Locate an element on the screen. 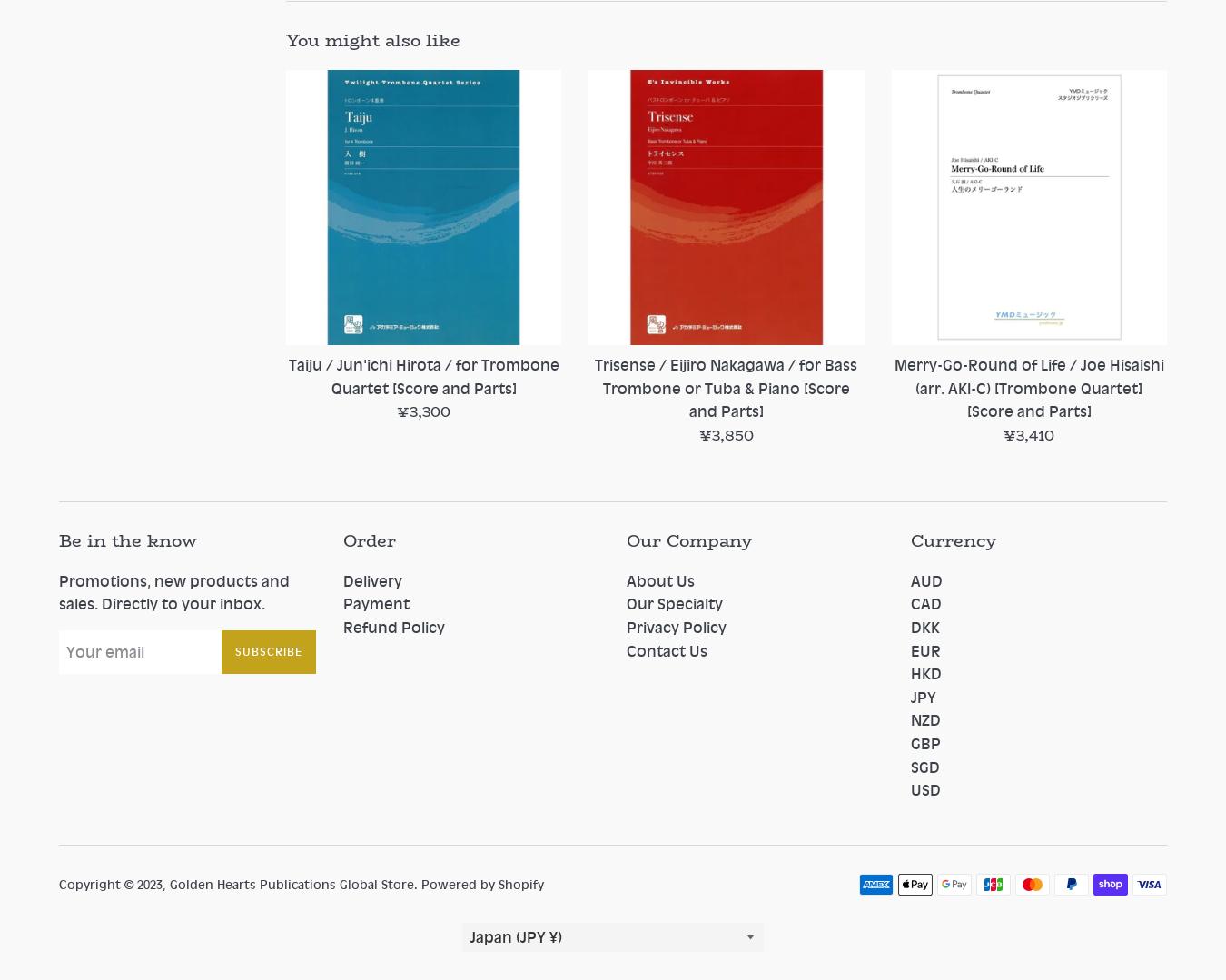  'JPY' is located at coordinates (923, 696).